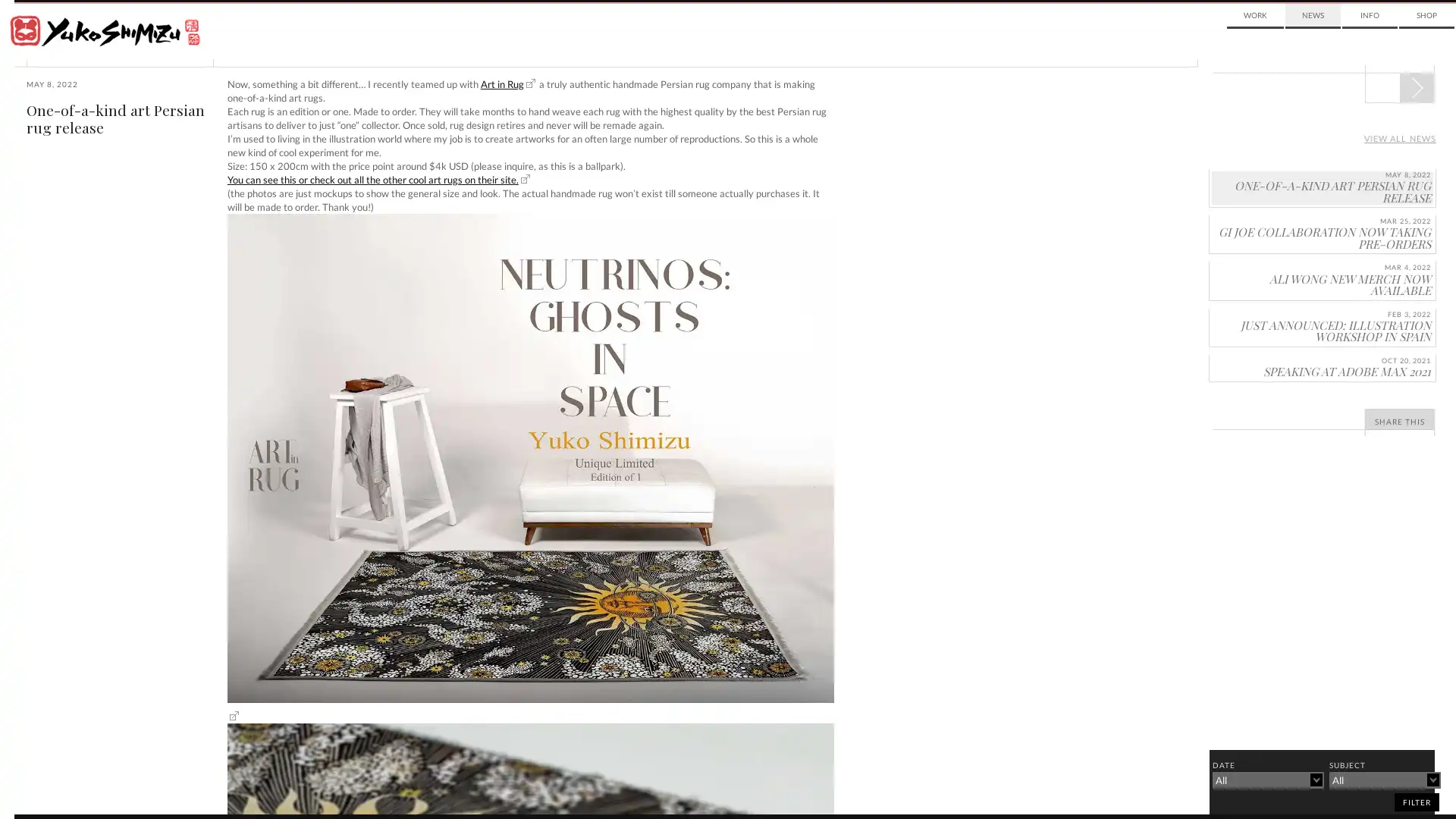 The width and height of the screenshot is (1456, 819). I want to click on filter, so click(1416, 800).